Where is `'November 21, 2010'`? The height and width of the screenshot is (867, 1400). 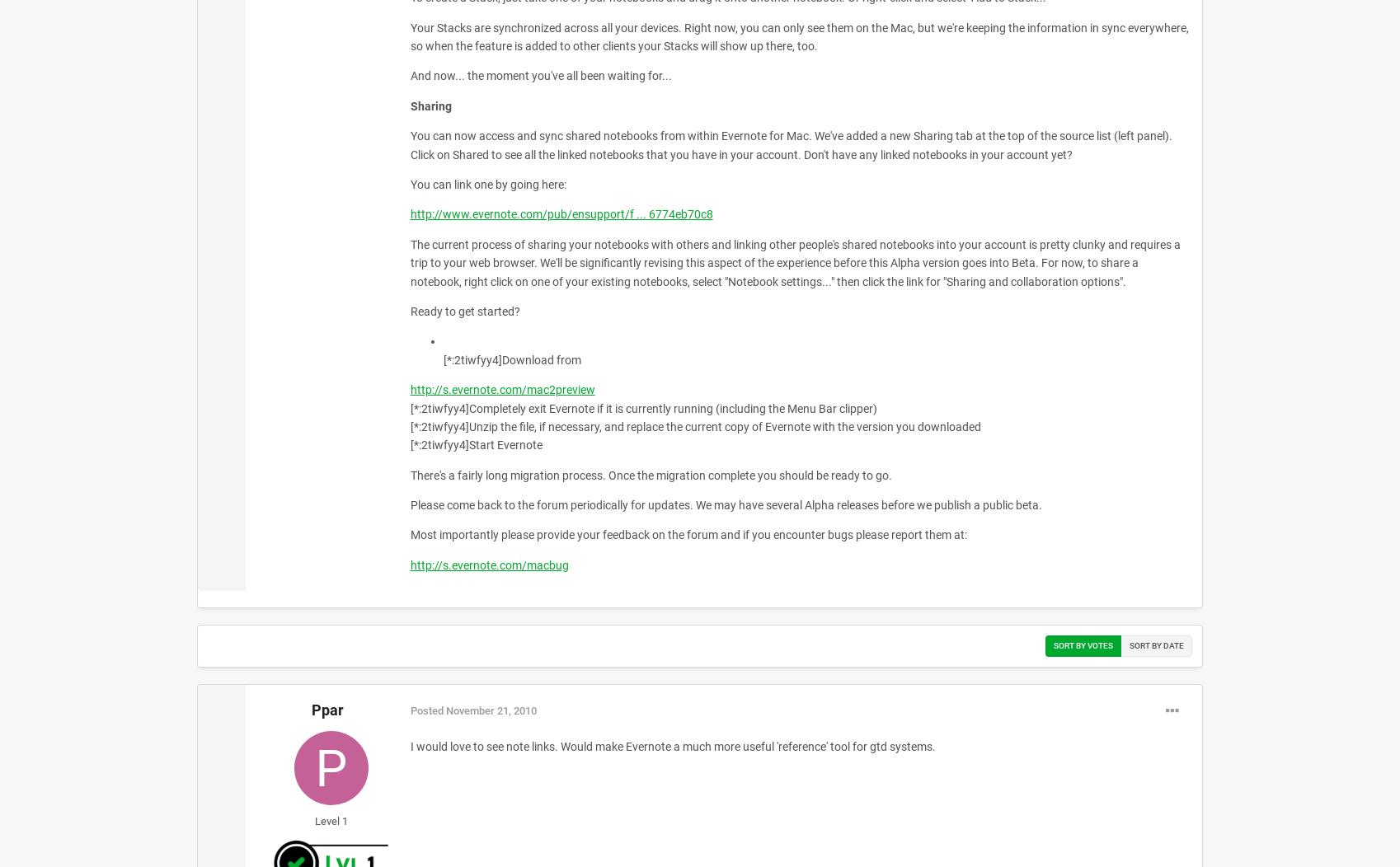
'November 21, 2010' is located at coordinates (490, 710).